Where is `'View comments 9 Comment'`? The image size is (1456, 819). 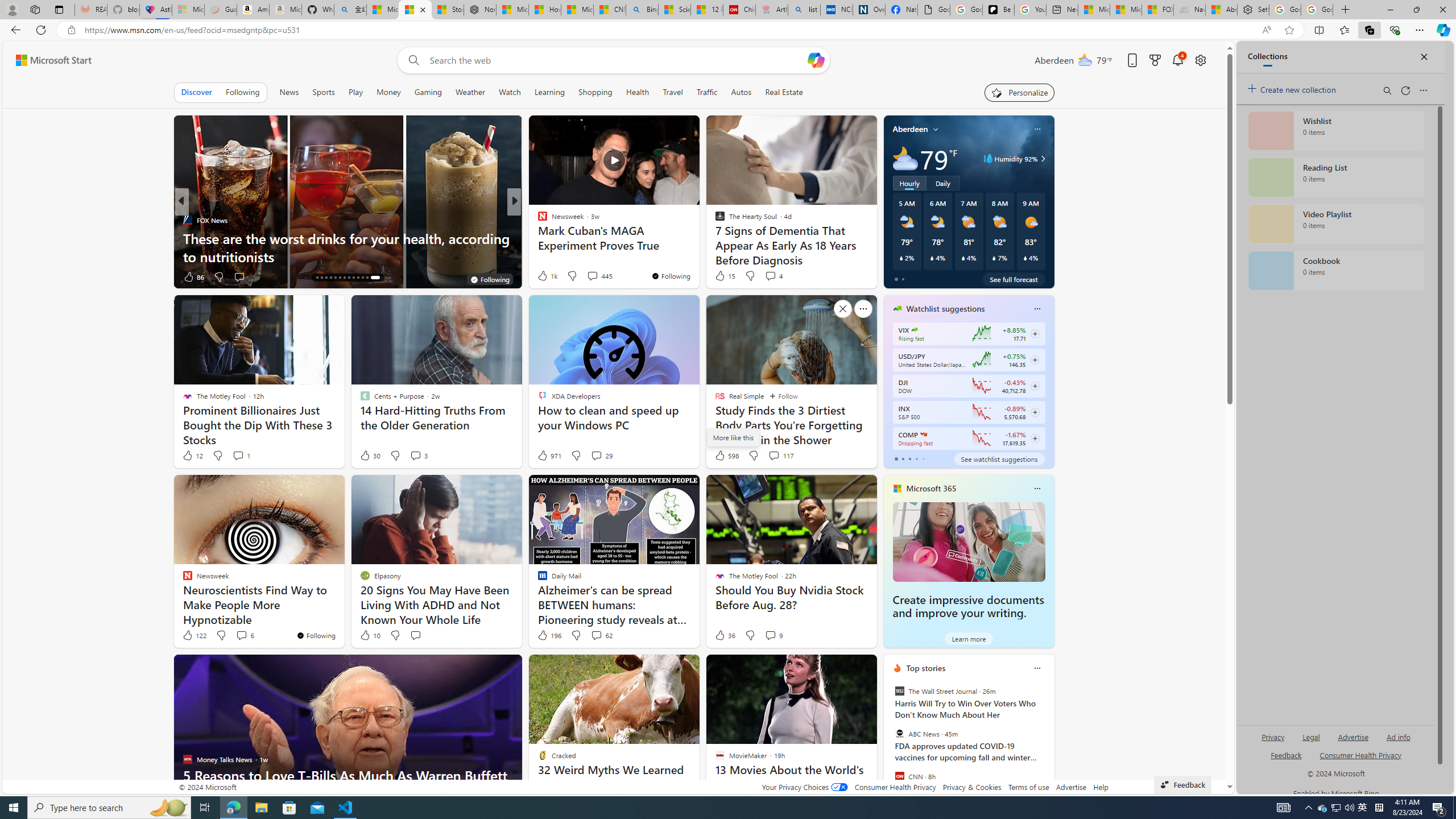 'View comments 9 Comment' is located at coordinates (773, 634).